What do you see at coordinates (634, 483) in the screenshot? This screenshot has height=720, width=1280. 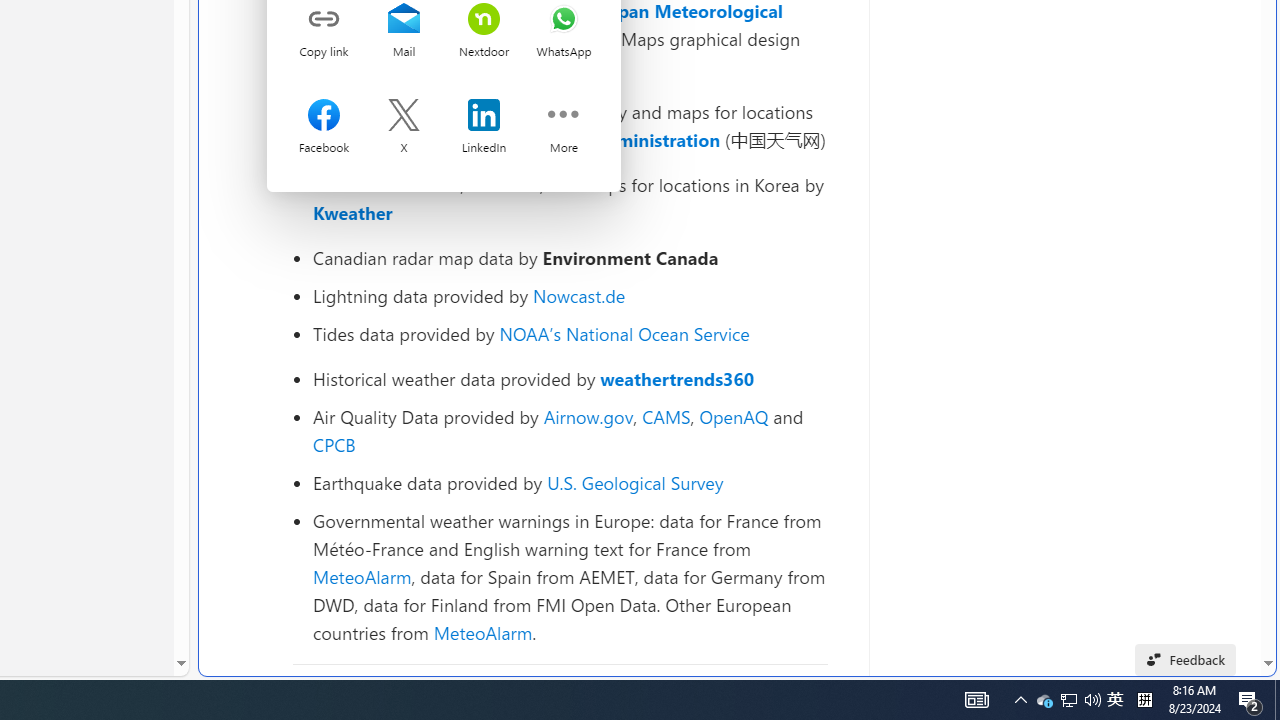 I see `'U.S. Geological Survey'` at bounding box center [634, 483].